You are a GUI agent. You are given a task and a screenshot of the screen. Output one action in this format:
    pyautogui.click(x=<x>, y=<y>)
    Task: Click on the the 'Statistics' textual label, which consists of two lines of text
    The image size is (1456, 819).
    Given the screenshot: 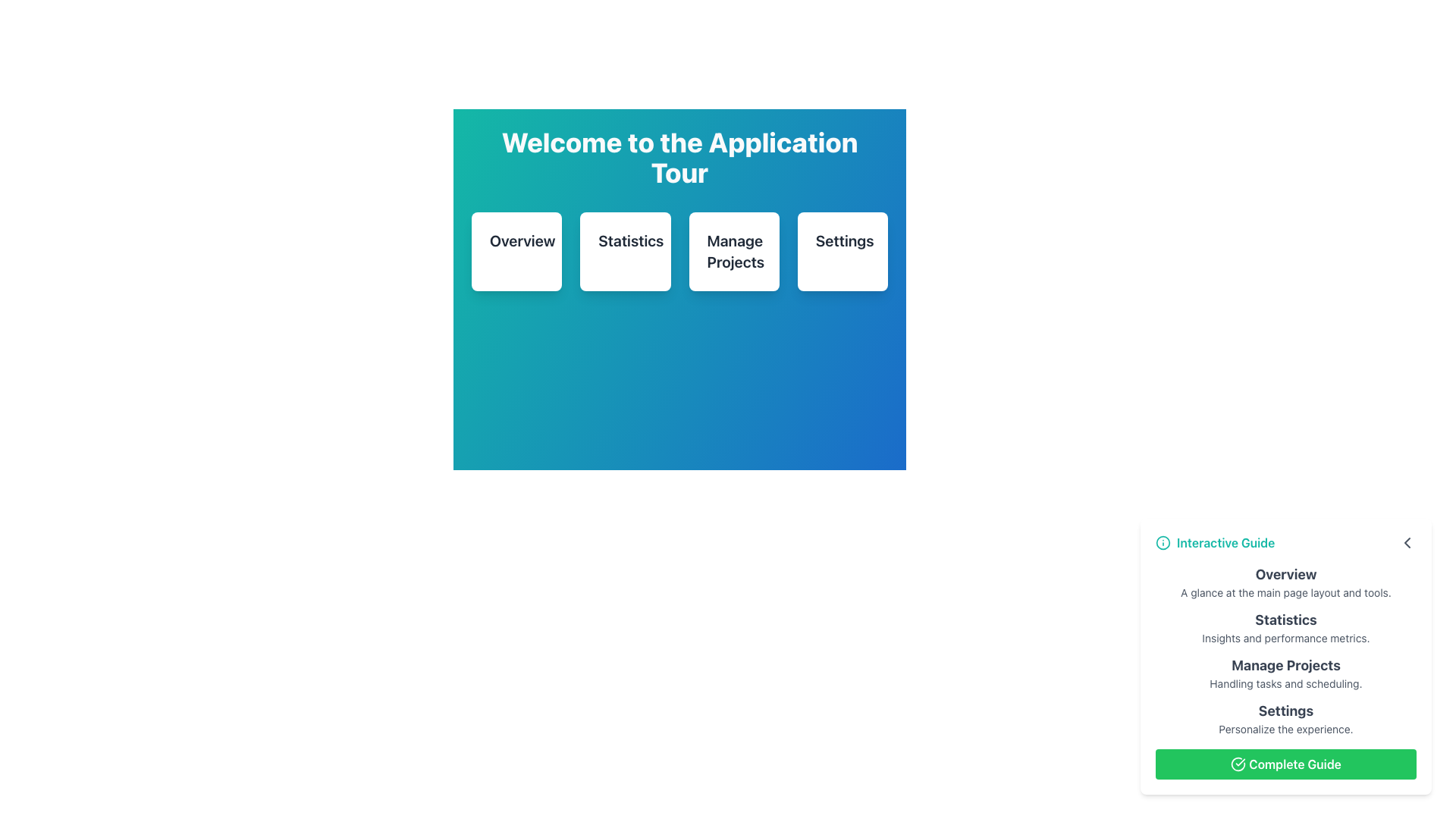 What is the action you would take?
    pyautogui.click(x=1285, y=628)
    